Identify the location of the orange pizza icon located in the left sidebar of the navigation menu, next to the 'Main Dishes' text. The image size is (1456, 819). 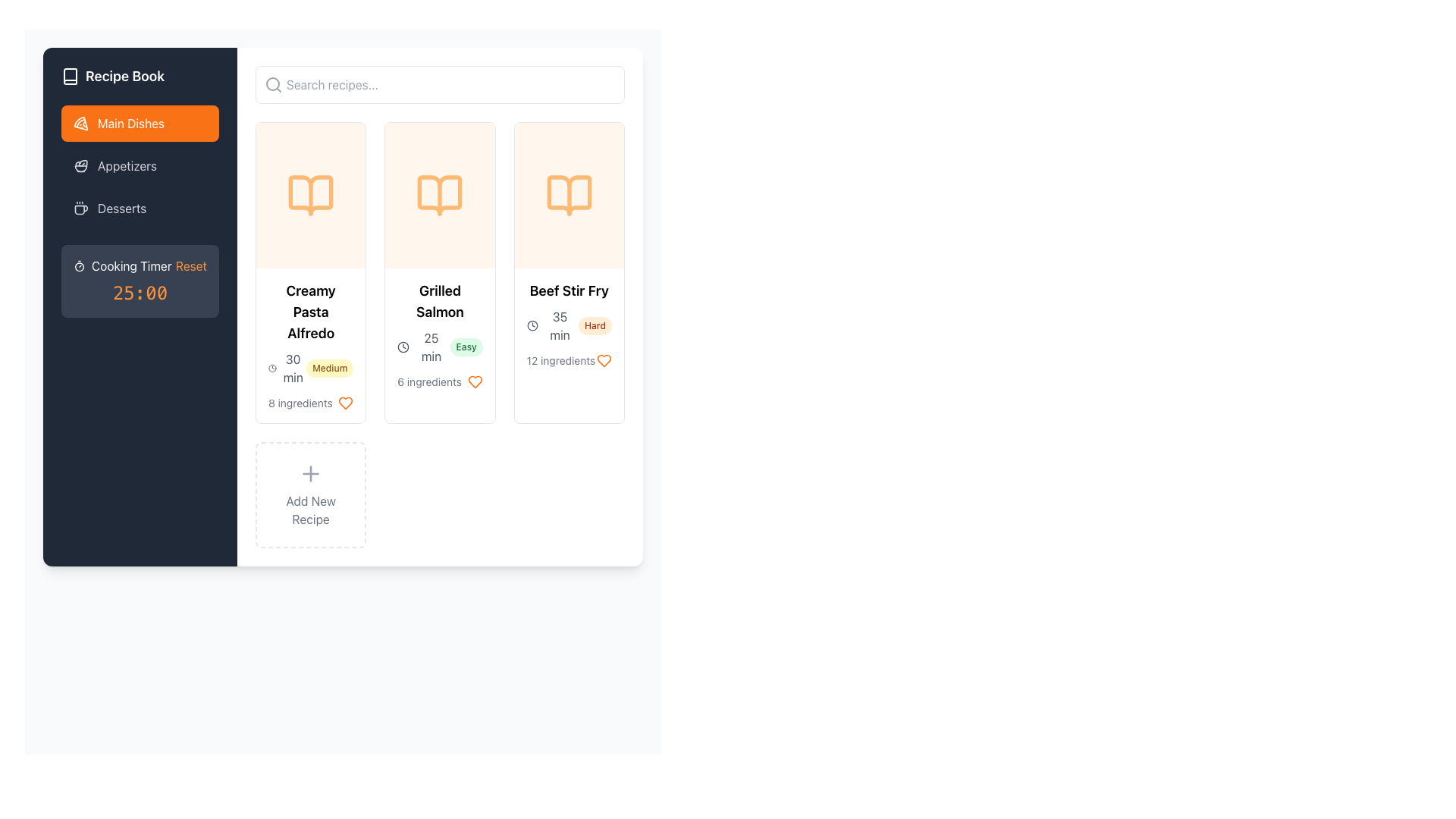
(80, 122).